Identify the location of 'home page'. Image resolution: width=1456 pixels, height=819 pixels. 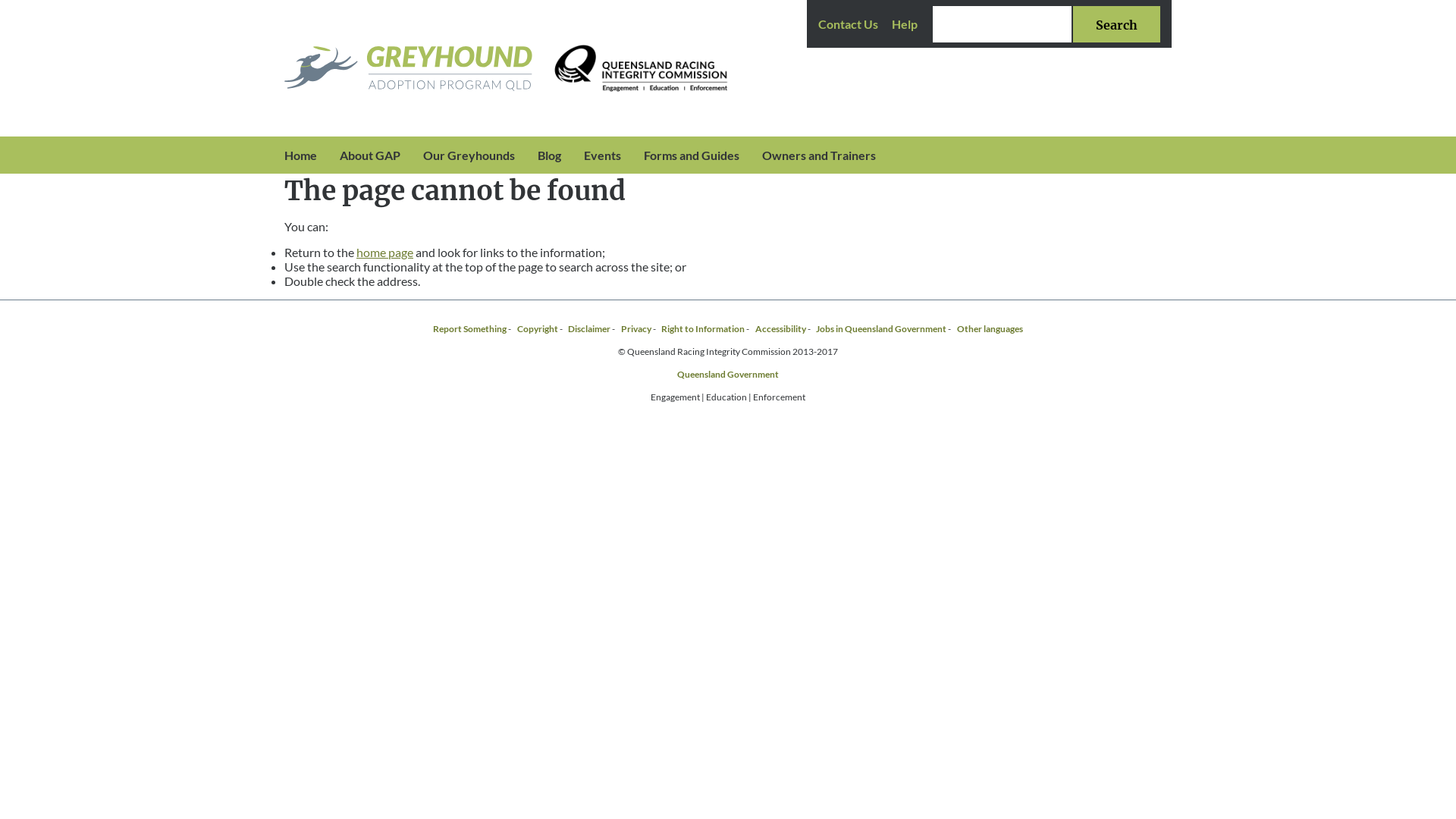
(384, 251).